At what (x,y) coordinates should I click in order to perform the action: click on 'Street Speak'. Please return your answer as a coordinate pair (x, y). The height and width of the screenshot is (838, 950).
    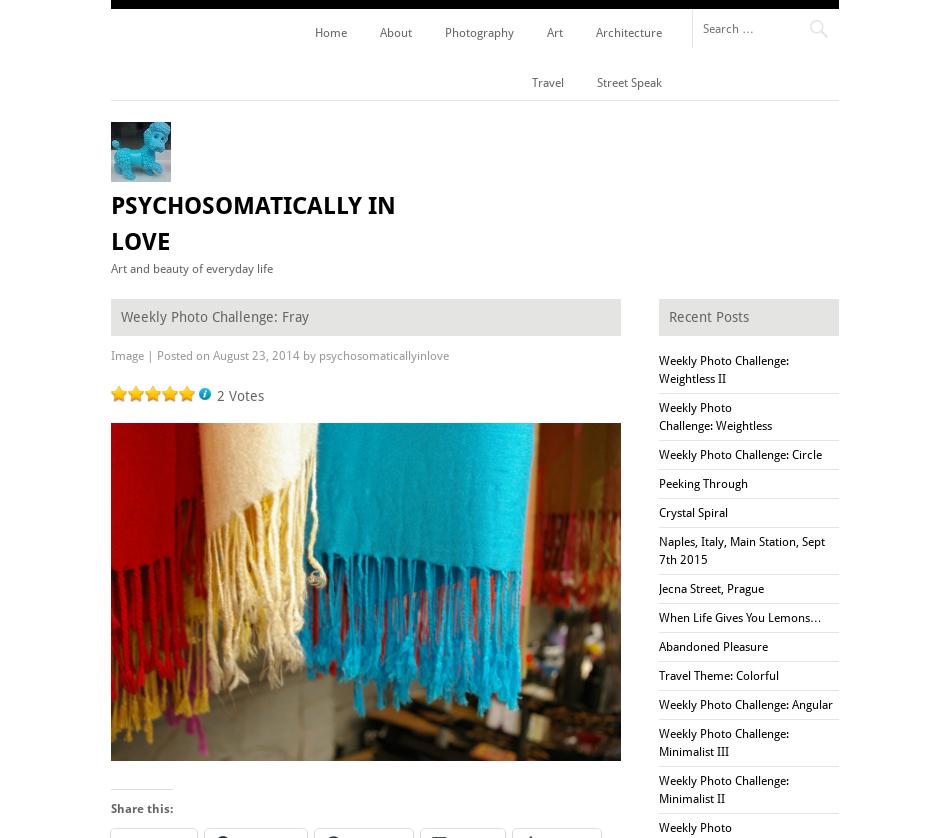
    Looking at the image, I should click on (596, 82).